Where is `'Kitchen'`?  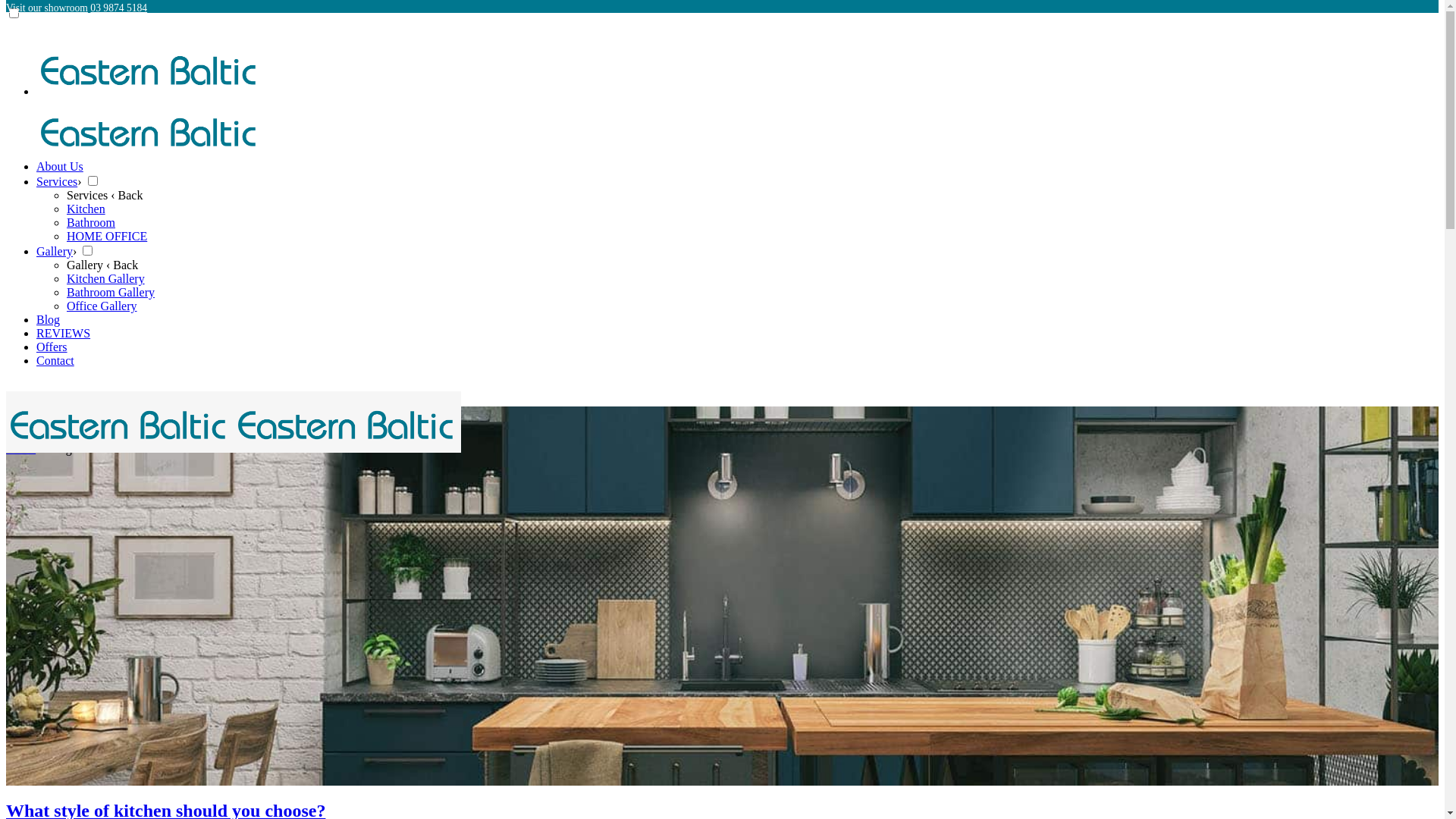
'Kitchen' is located at coordinates (65, 209).